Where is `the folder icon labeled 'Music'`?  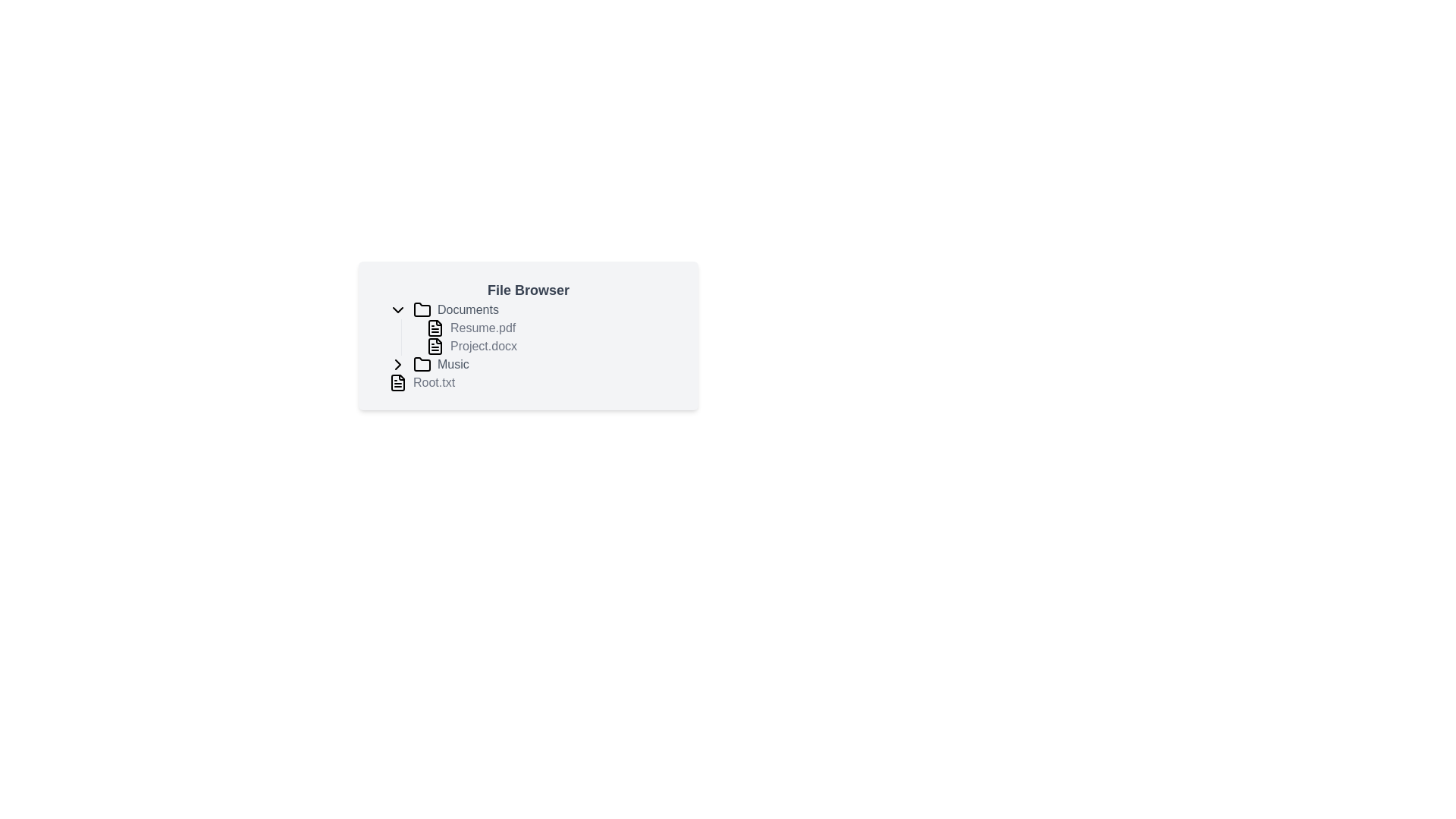
the folder icon labeled 'Music' is located at coordinates (428, 365).